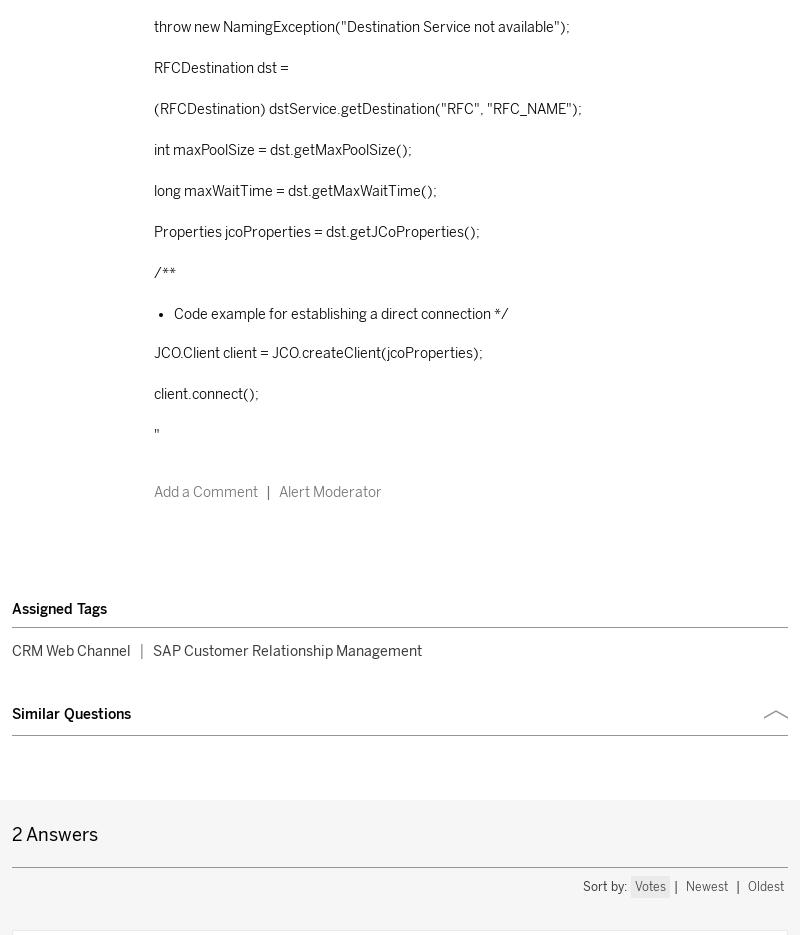 The image size is (800, 935). I want to click on '"', so click(156, 433).